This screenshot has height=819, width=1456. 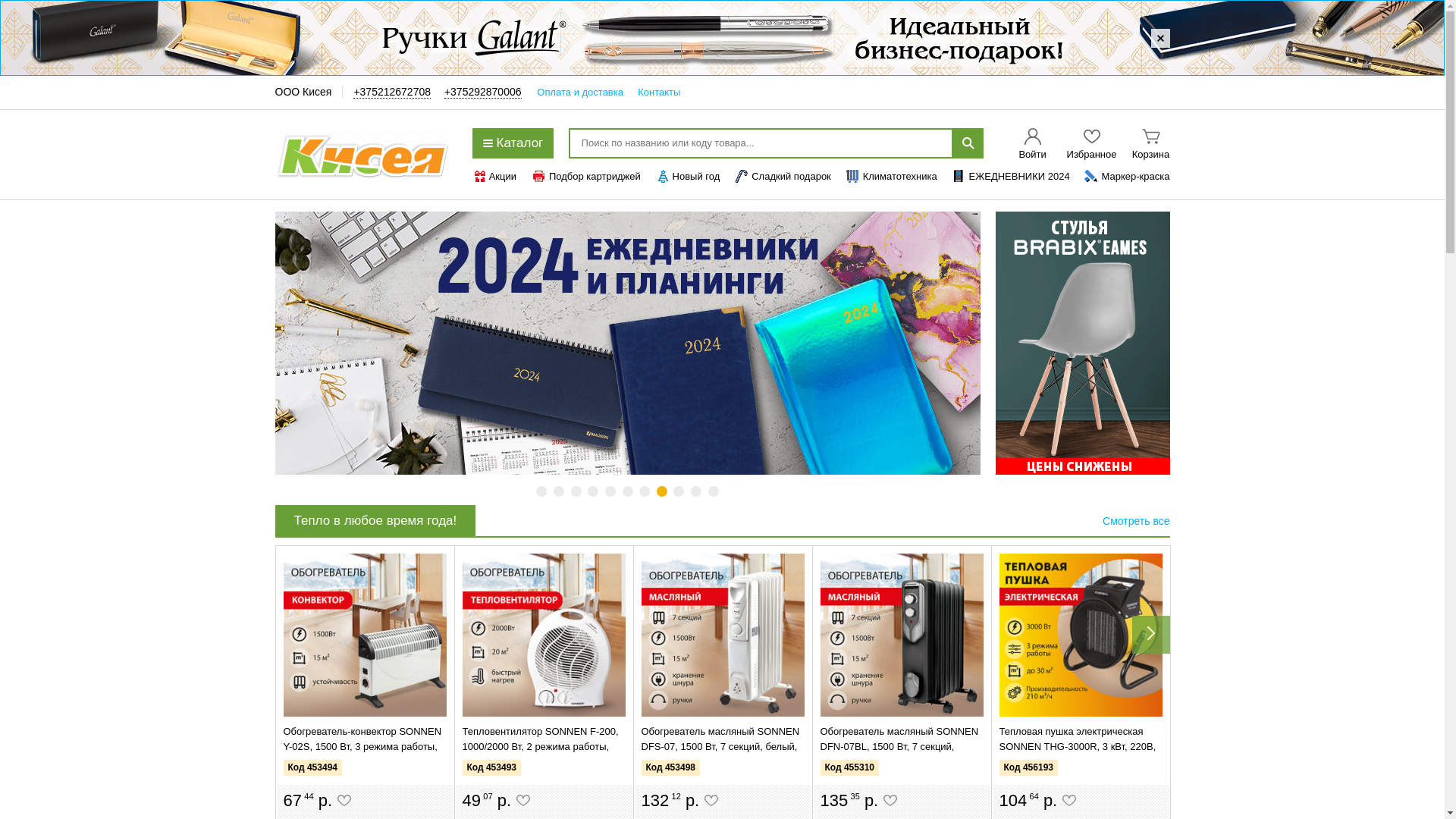 I want to click on '+375212672708', so click(x=392, y=92).